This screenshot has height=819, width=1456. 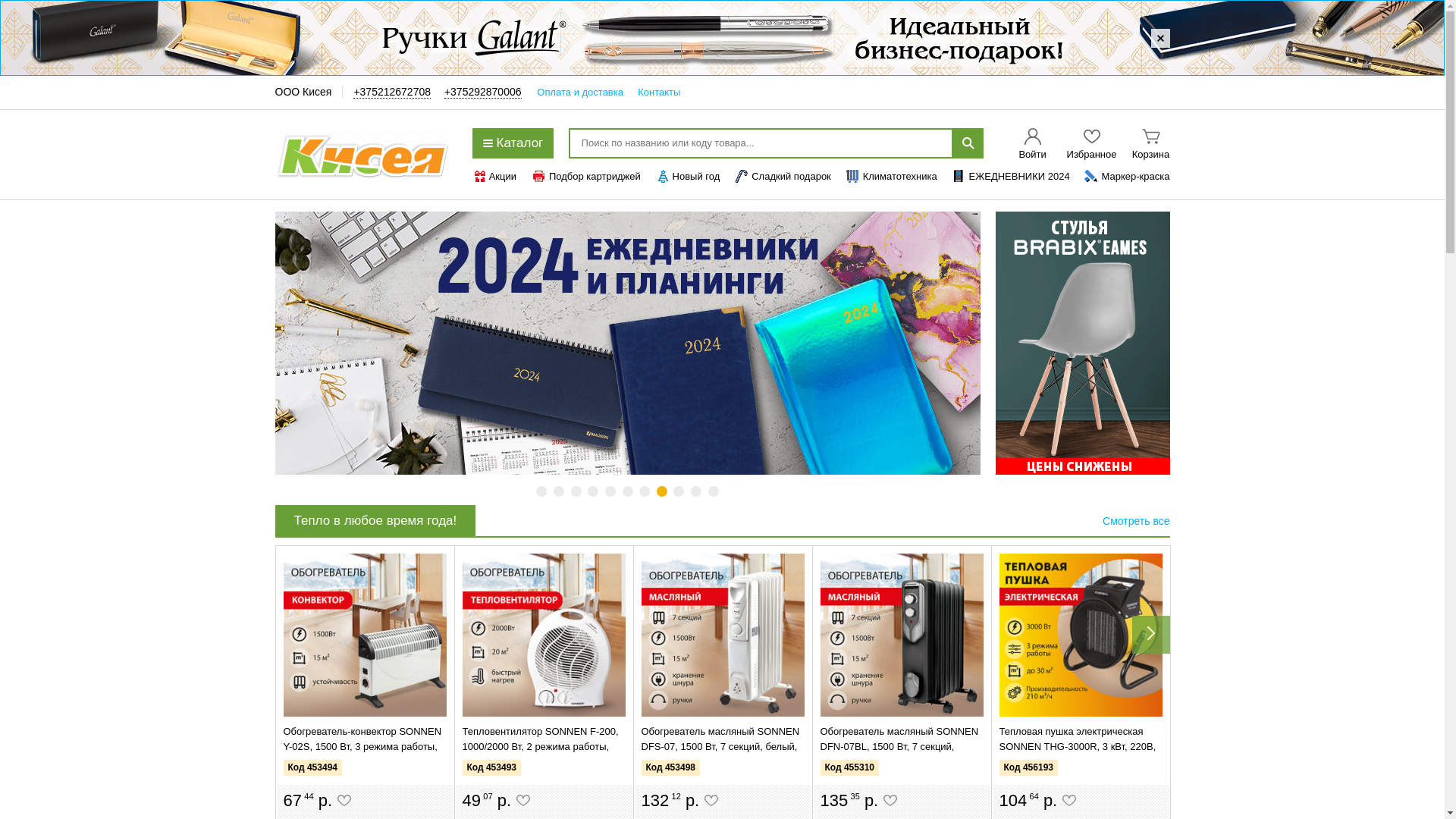 I want to click on '+375212672708', so click(x=392, y=92).